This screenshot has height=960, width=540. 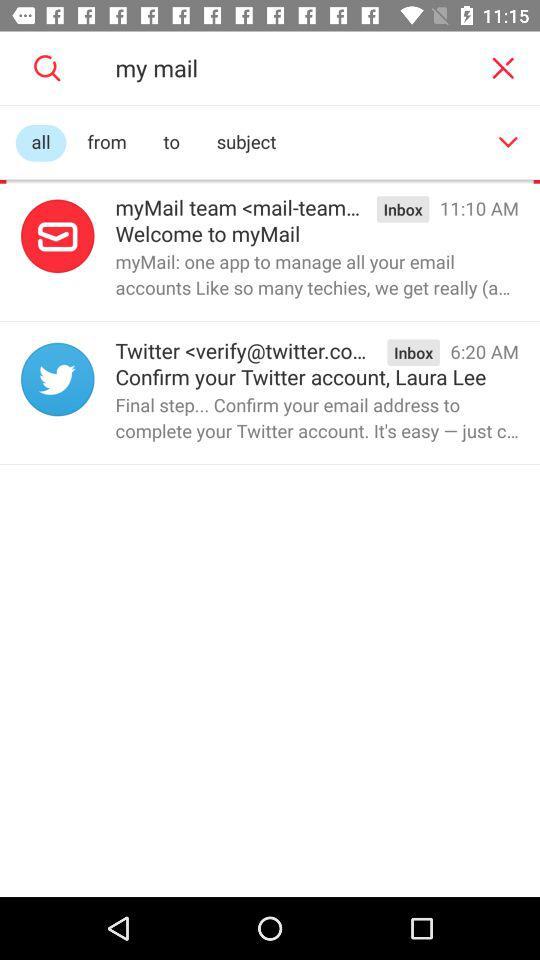 I want to click on the twitter icon, so click(x=57, y=378).